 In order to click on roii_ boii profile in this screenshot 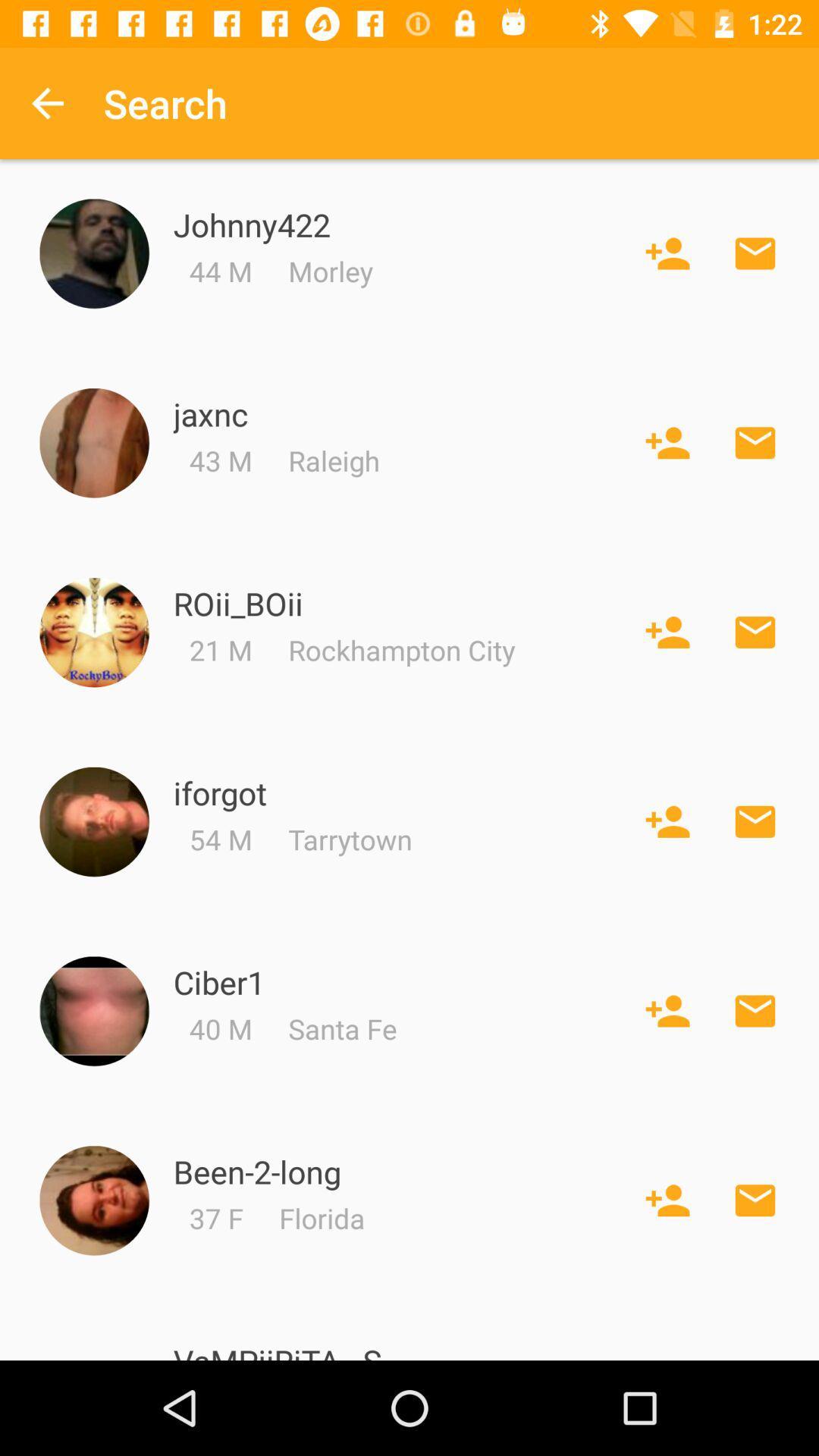, I will do `click(94, 632)`.